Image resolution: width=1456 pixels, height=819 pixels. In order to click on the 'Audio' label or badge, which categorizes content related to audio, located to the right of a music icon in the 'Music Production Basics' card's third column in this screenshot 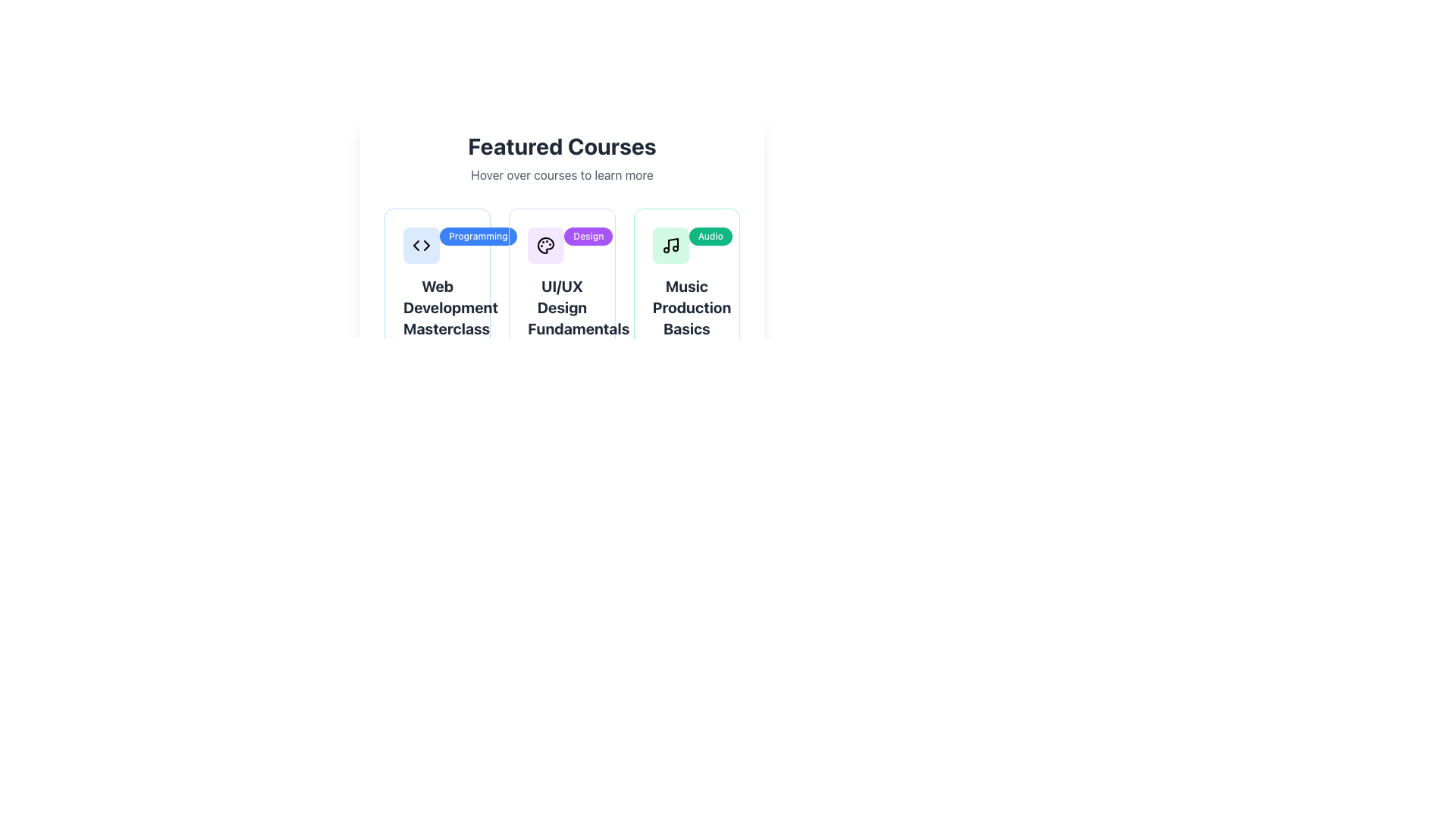, I will do `click(710, 237)`.